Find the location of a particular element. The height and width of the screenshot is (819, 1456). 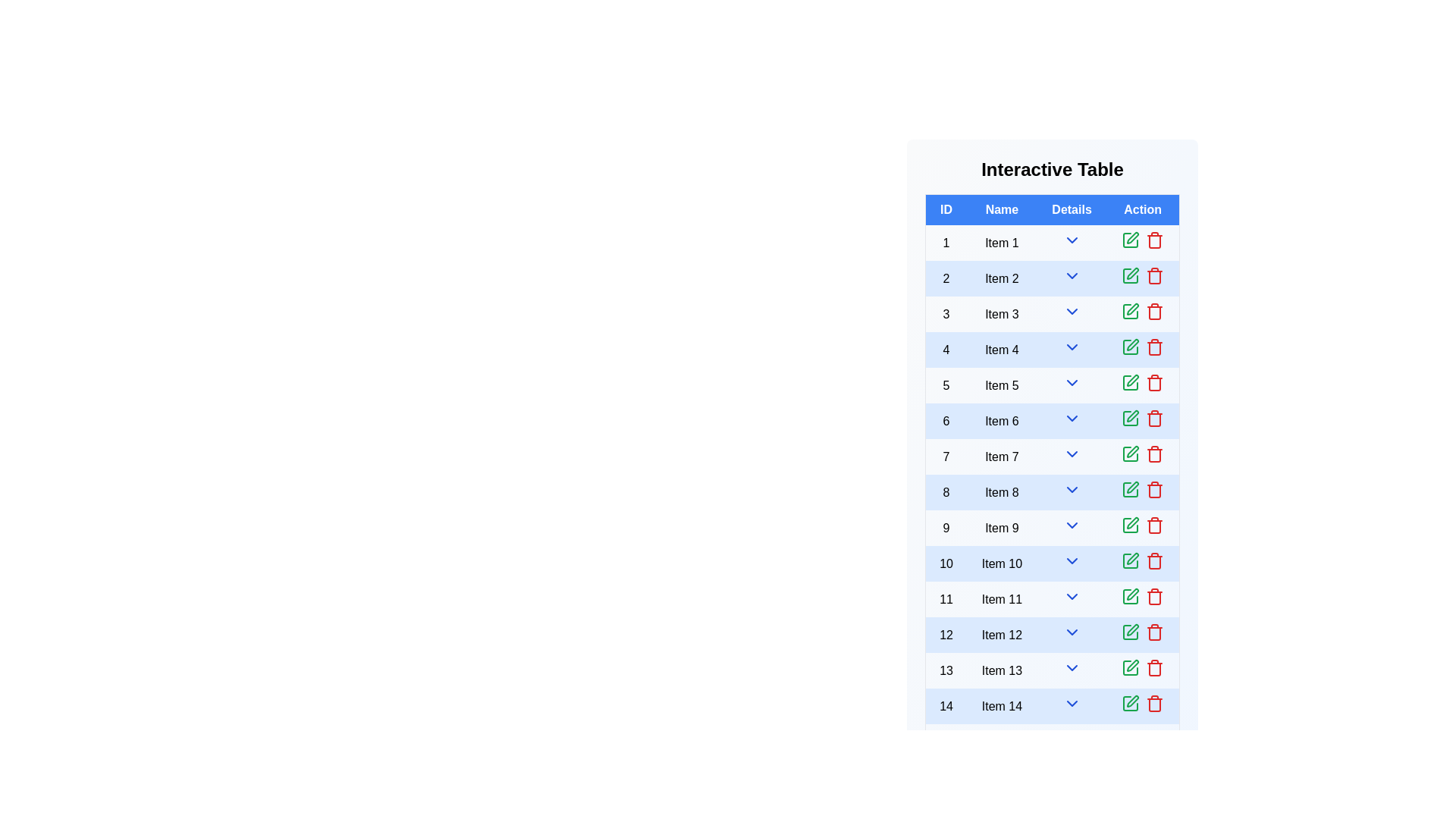

the header of the column Name to sort the rows by that column is located at coordinates (1002, 209).